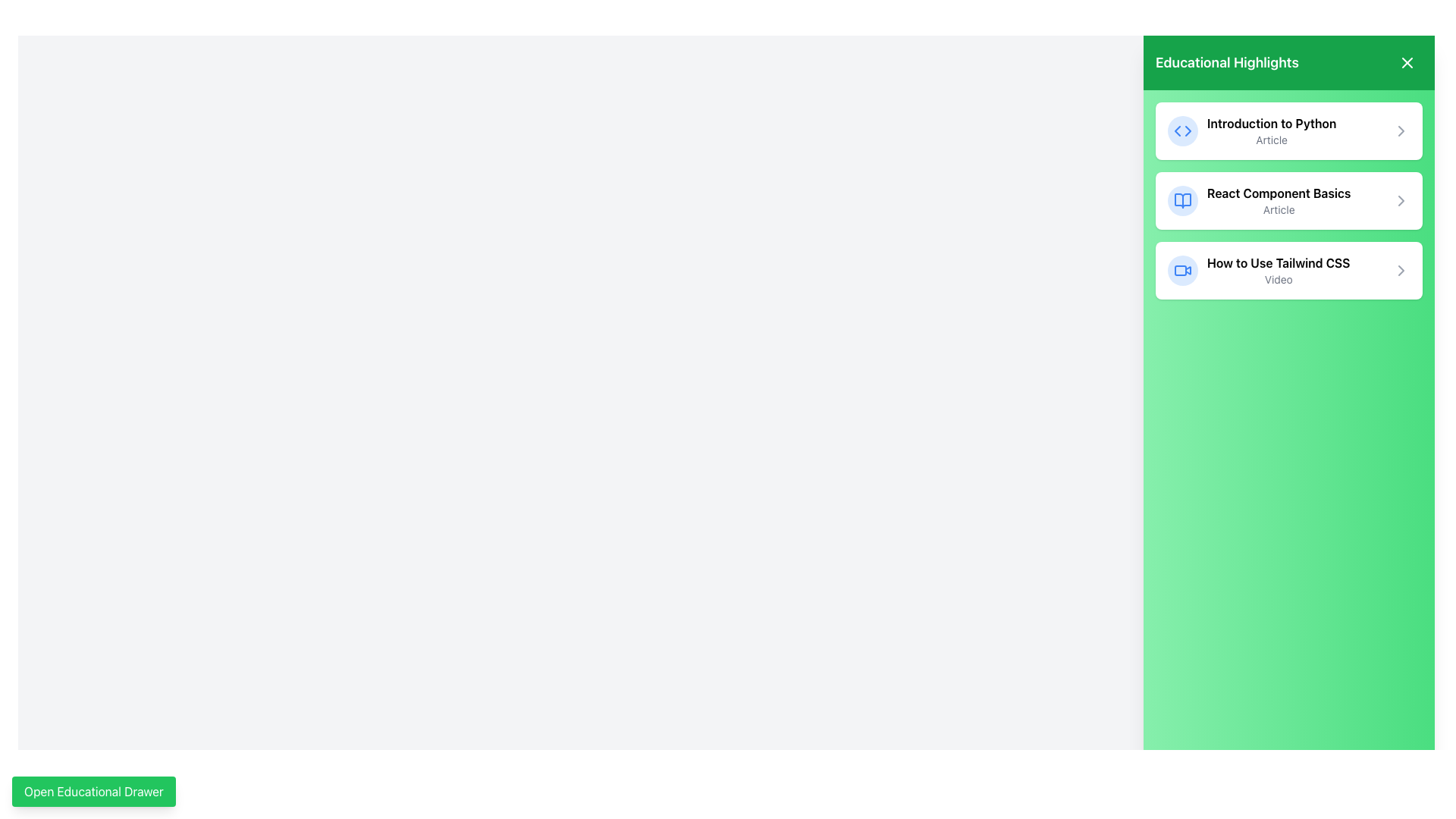 This screenshot has width=1456, height=819. What do you see at coordinates (1278, 192) in the screenshot?
I see `the text label that serves as the title for the educational resource about React Component Basics, located in the second item of the 'Educational Highlights' sidebar` at bounding box center [1278, 192].